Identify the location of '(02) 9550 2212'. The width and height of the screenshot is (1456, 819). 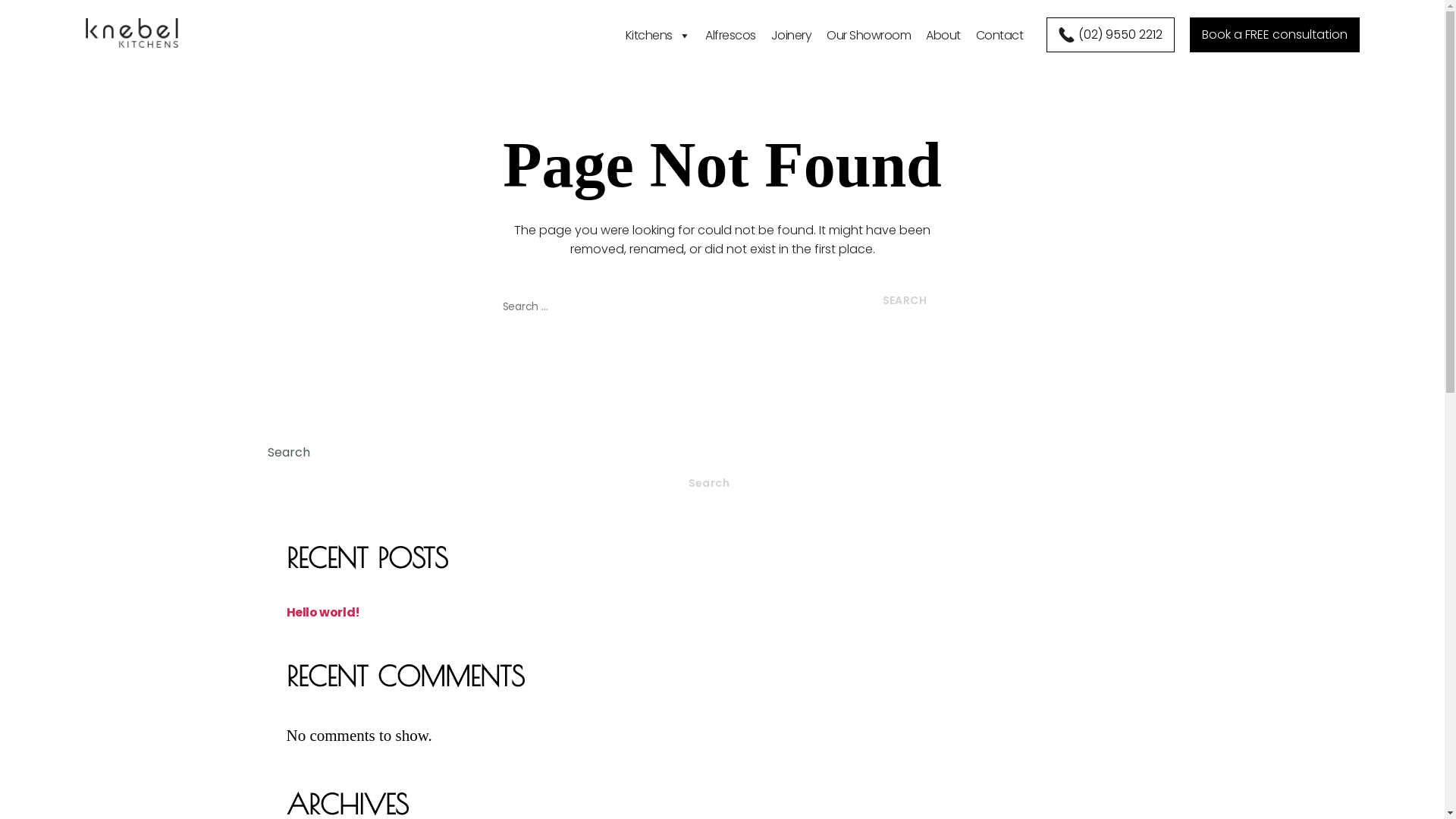
(1110, 34).